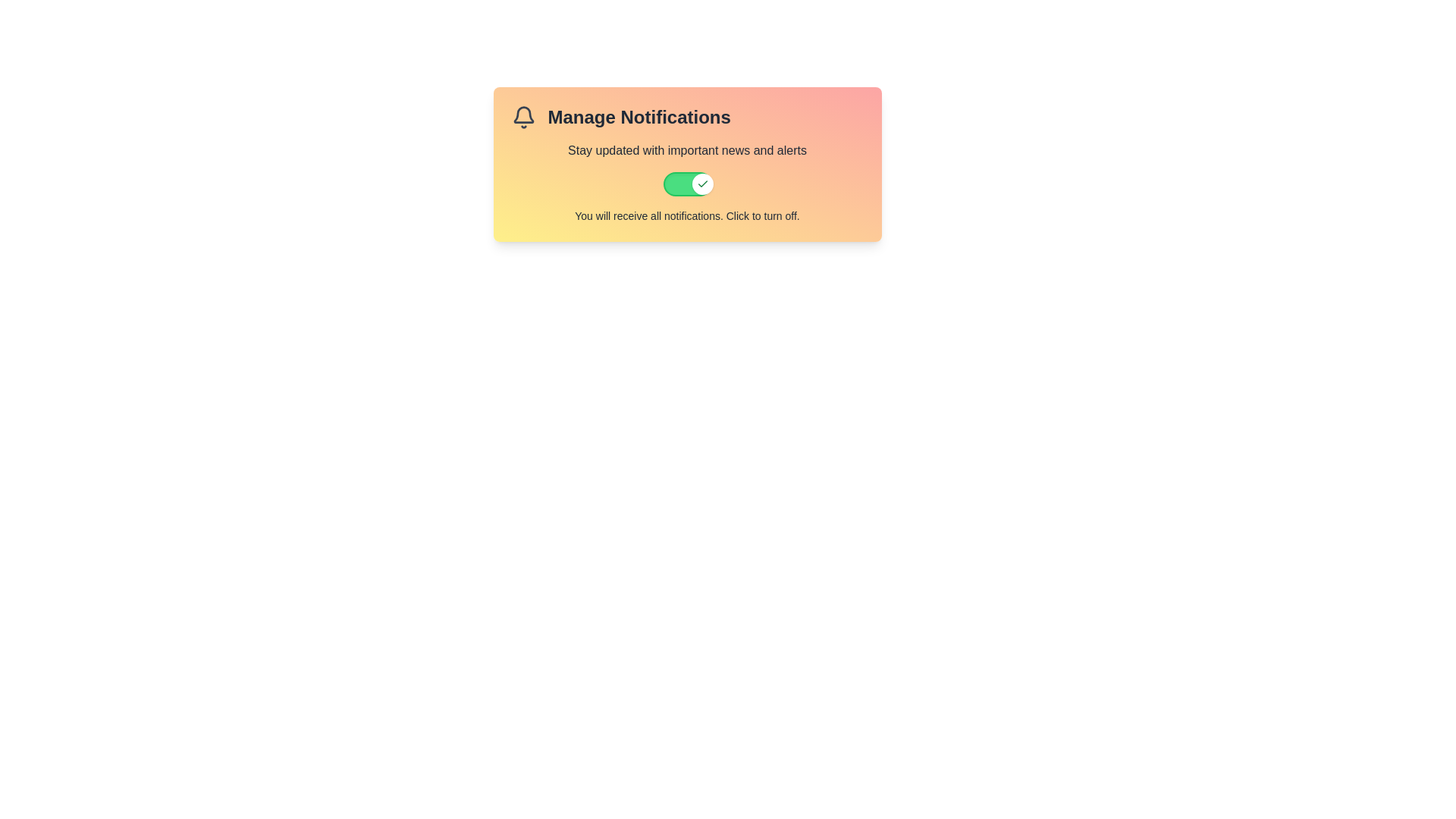  Describe the element at coordinates (701, 184) in the screenshot. I see `the state of the checkmark icon indicating notifications are enabled, located on the right side of the green toggle switch in the notification settings card` at that location.